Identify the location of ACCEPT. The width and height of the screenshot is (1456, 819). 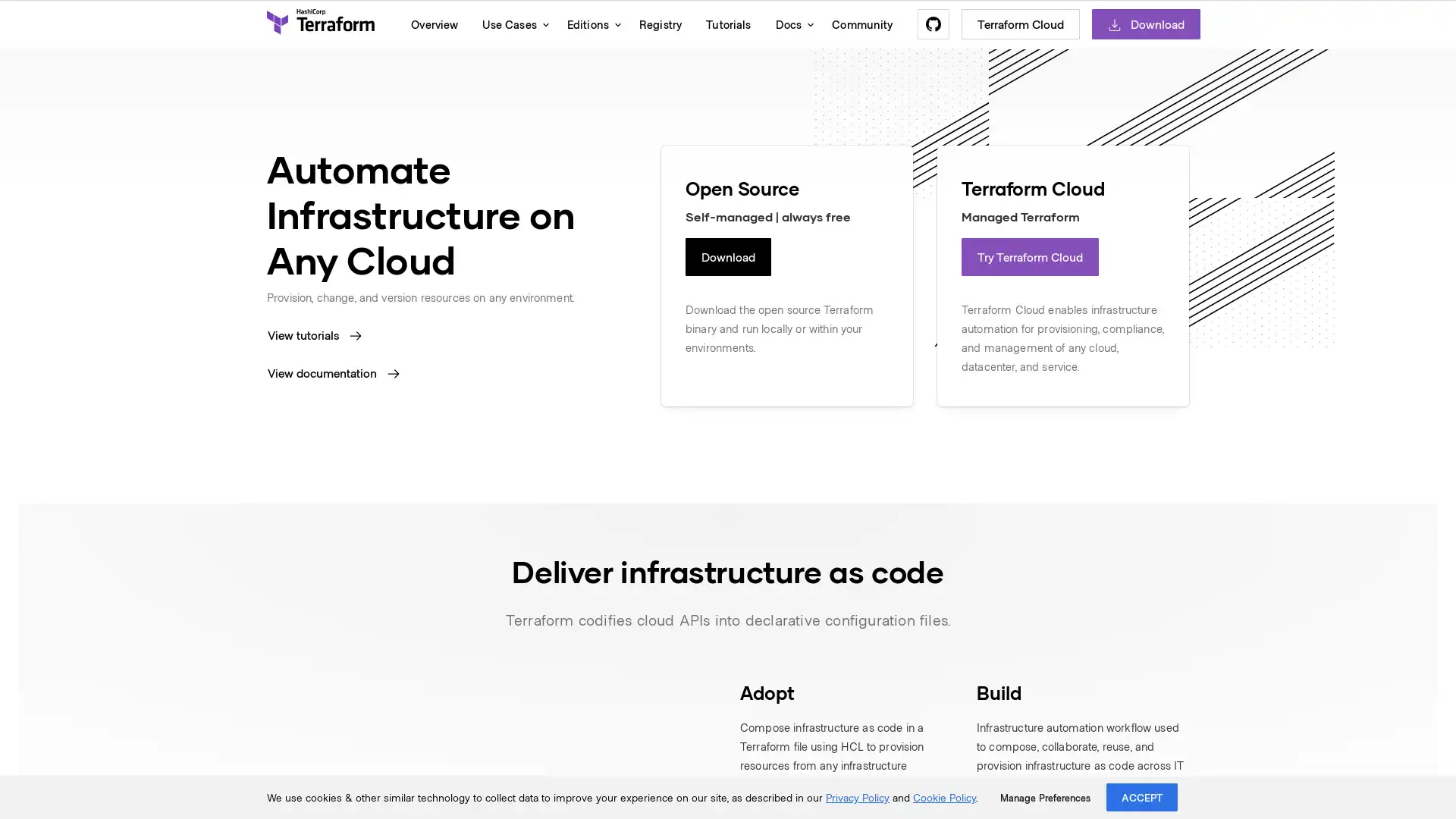
(1142, 796).